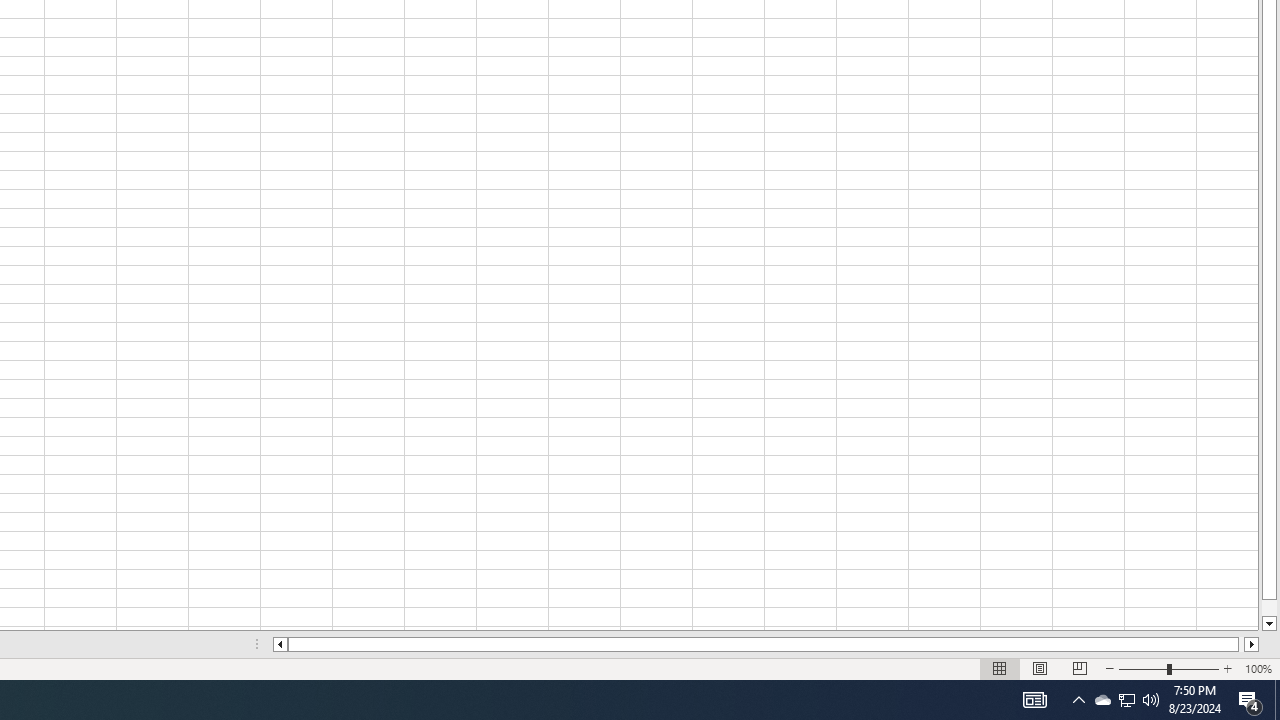 The height and width of the screenshot is (720, 1280). Describe the element at coordinates (1168, 669) in the screenshot. I see `'Zoom'` at that location.